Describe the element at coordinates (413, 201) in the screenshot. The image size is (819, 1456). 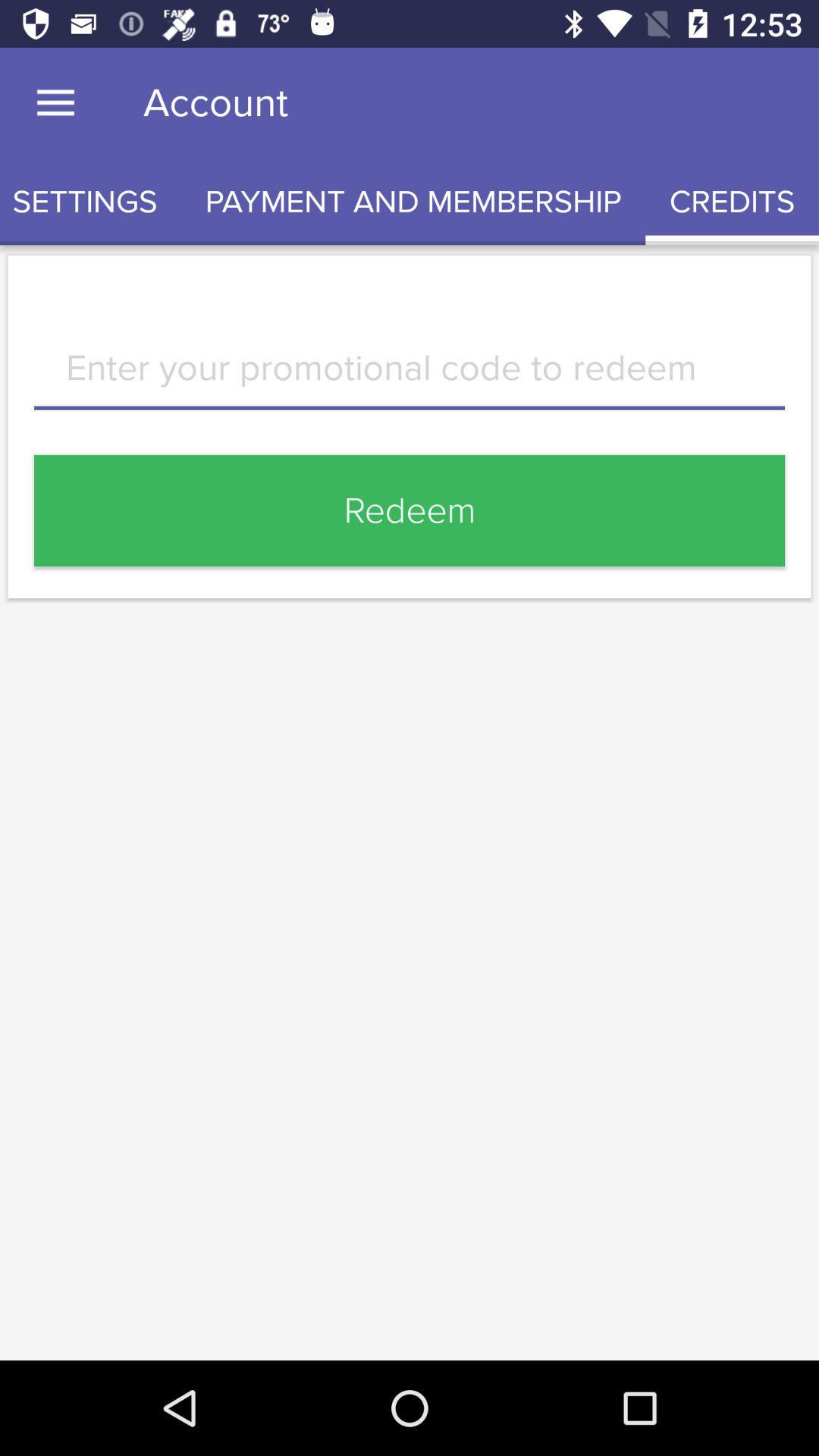
I see `the item next to settings item` at that location.